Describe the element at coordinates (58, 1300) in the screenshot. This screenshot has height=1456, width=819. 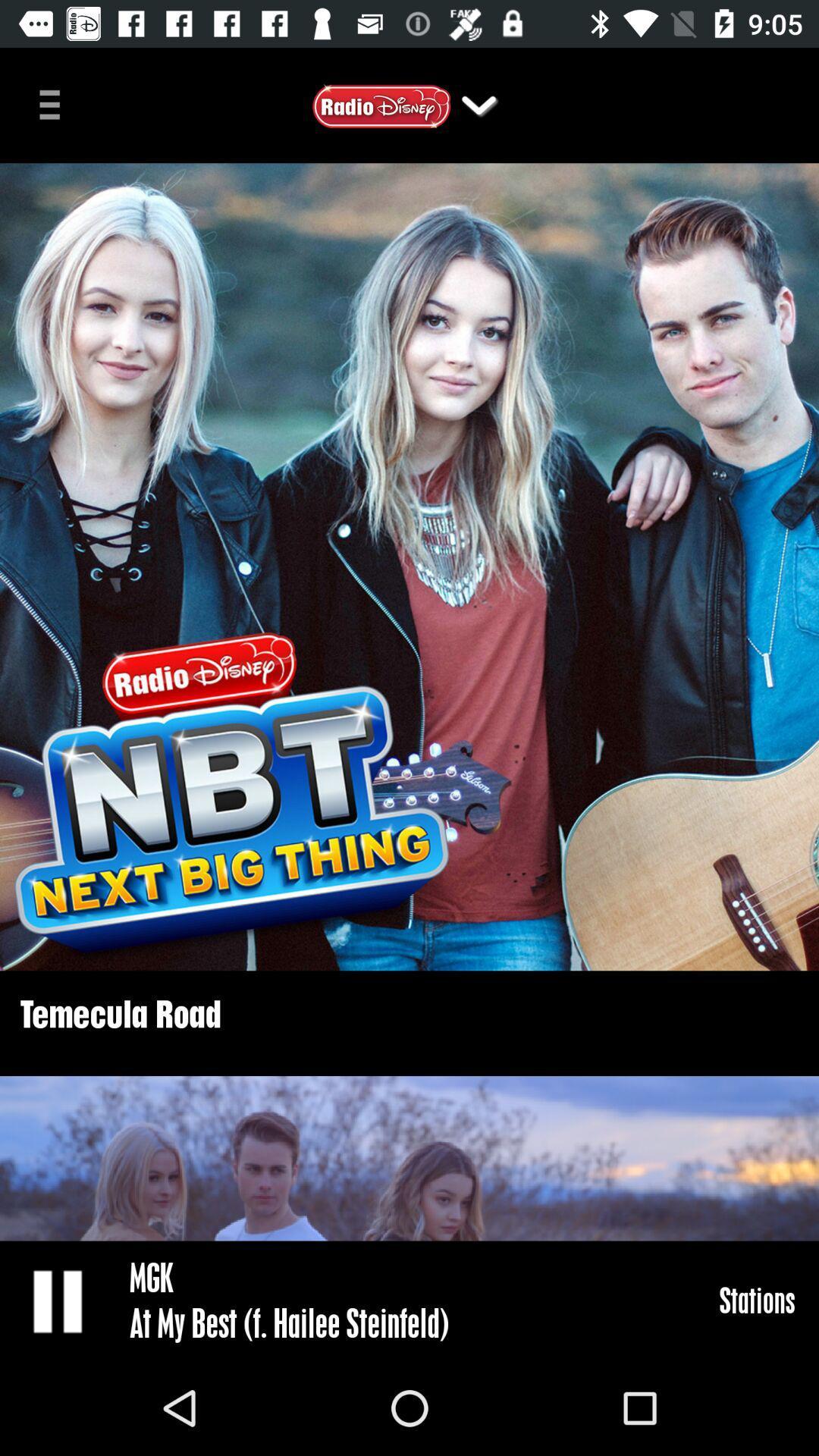
I see `stop playing` at that location.